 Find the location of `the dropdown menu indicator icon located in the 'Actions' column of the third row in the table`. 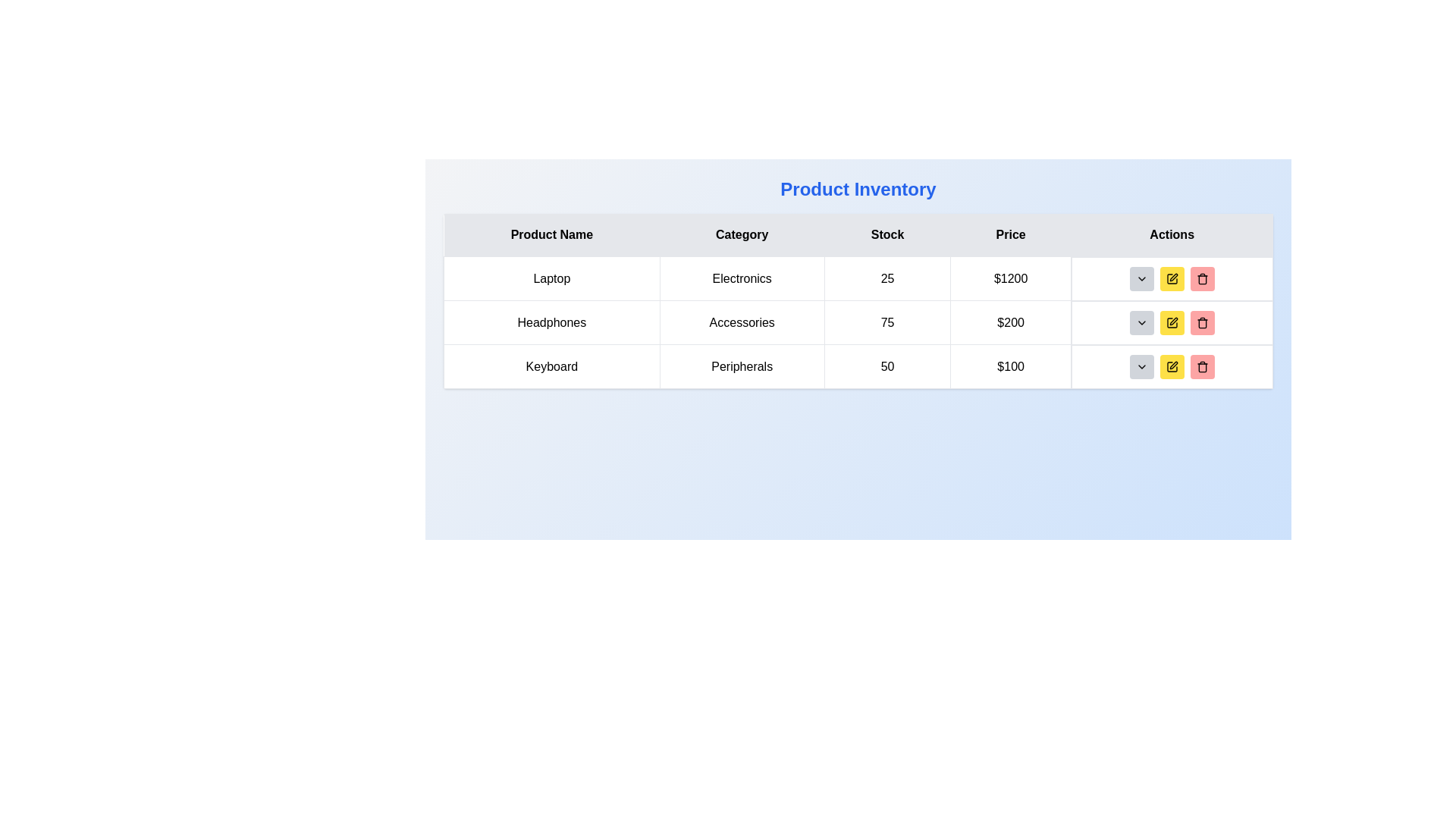

the dropdown menu indicator icon located in the 'Actions' column of the third row in the table is located at coordinates (1141, 366).